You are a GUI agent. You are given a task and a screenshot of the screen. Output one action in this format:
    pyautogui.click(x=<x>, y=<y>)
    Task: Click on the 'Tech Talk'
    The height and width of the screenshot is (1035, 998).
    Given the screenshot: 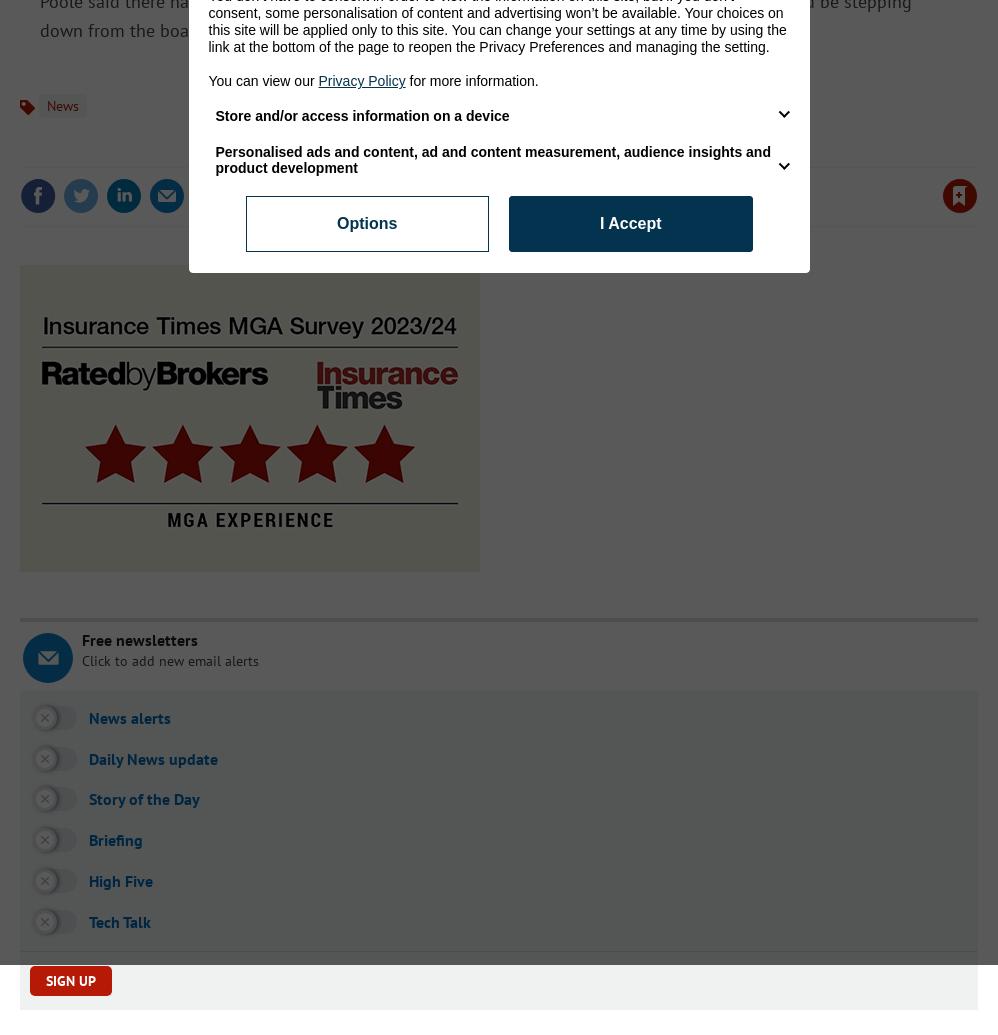 What is the action you would take?
    pyautogui.click(x=88, y=920)
    